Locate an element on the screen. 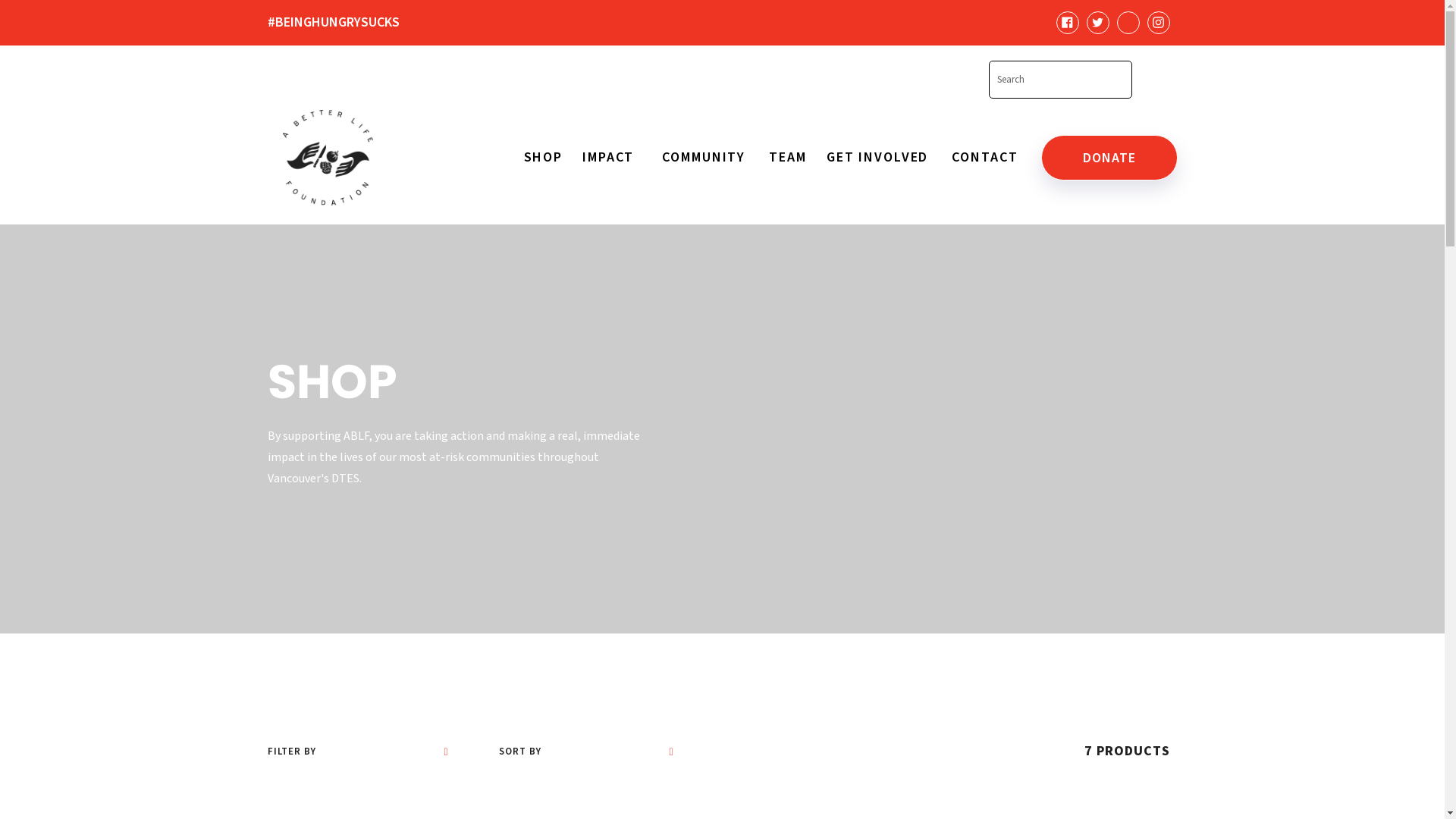  '#BEINGHUNGRYSUCKS' is located at coordinates (353, 22).